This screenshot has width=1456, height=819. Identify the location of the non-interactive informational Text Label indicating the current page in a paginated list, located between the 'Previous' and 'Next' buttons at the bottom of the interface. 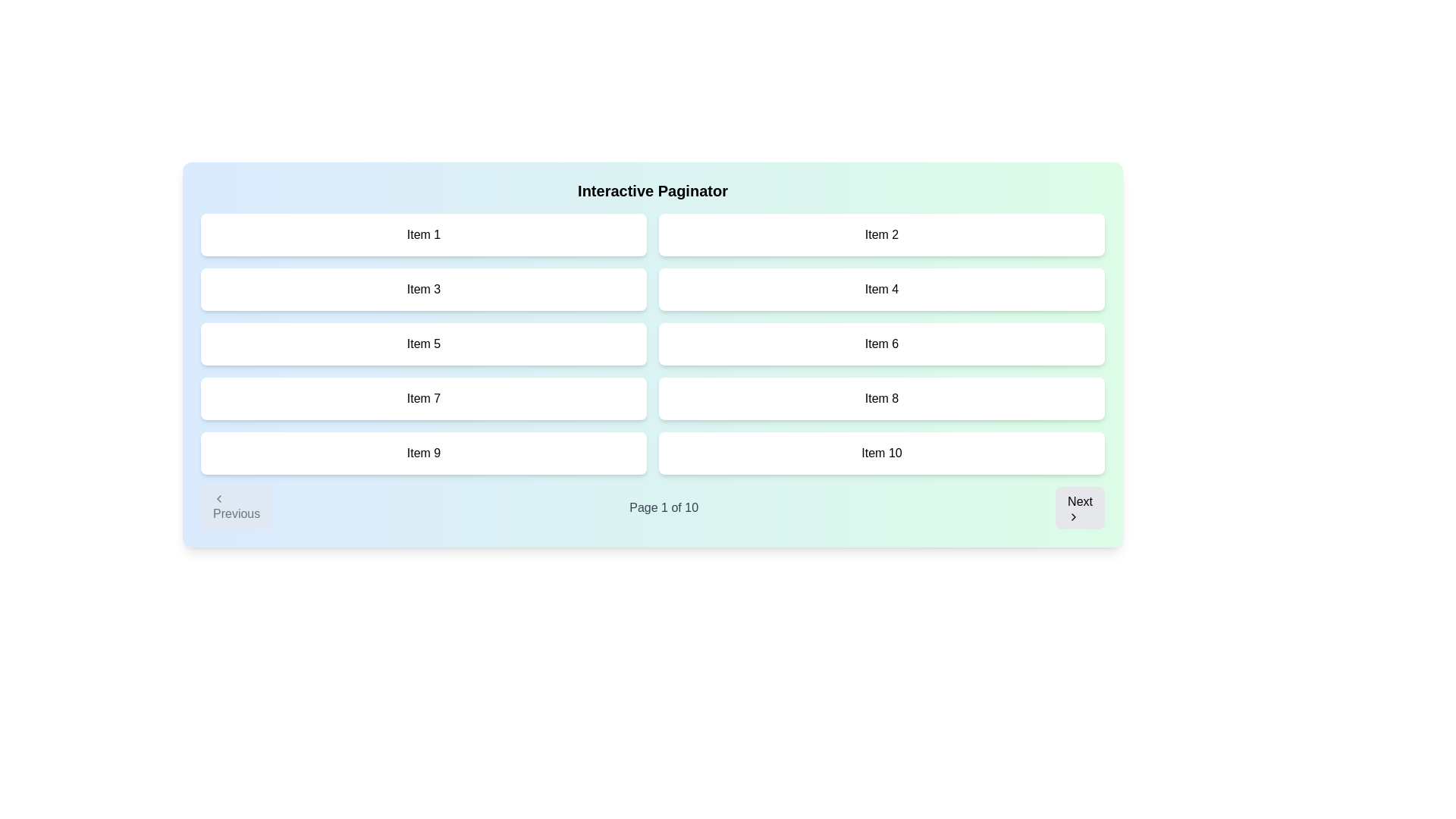
(664, 508).